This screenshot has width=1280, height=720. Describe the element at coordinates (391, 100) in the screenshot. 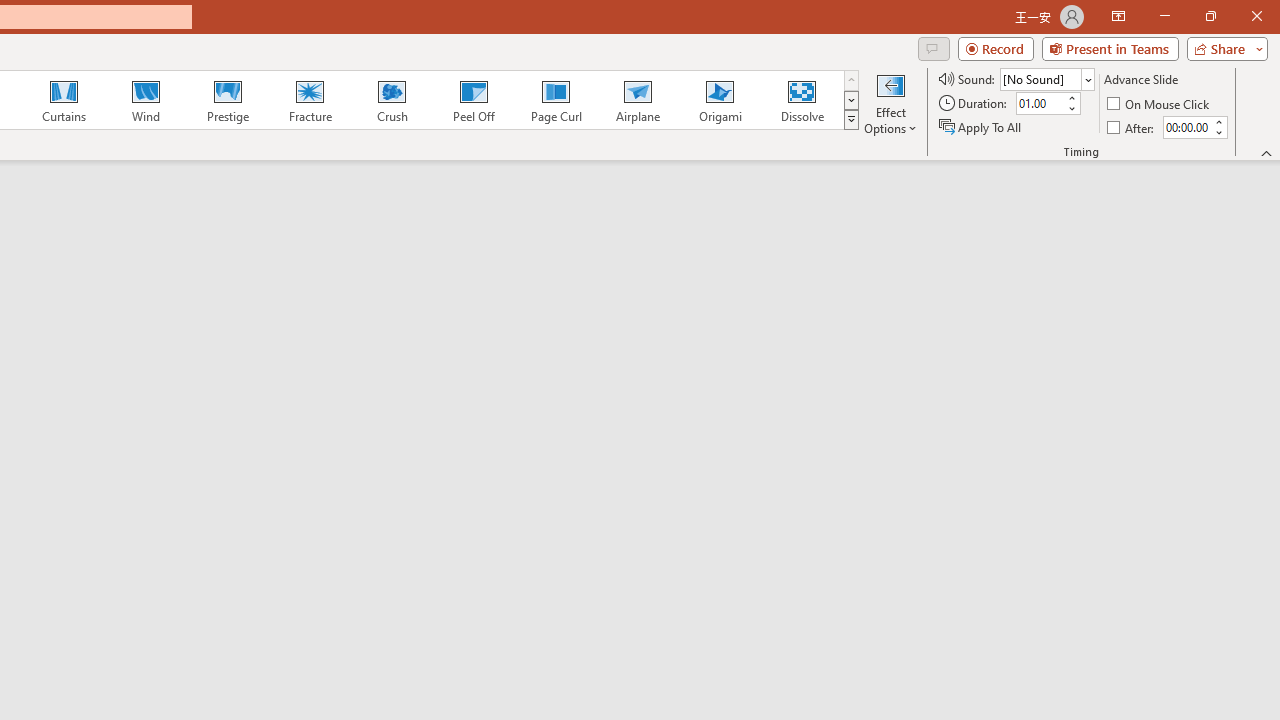

I see `'Crush'` at that location.